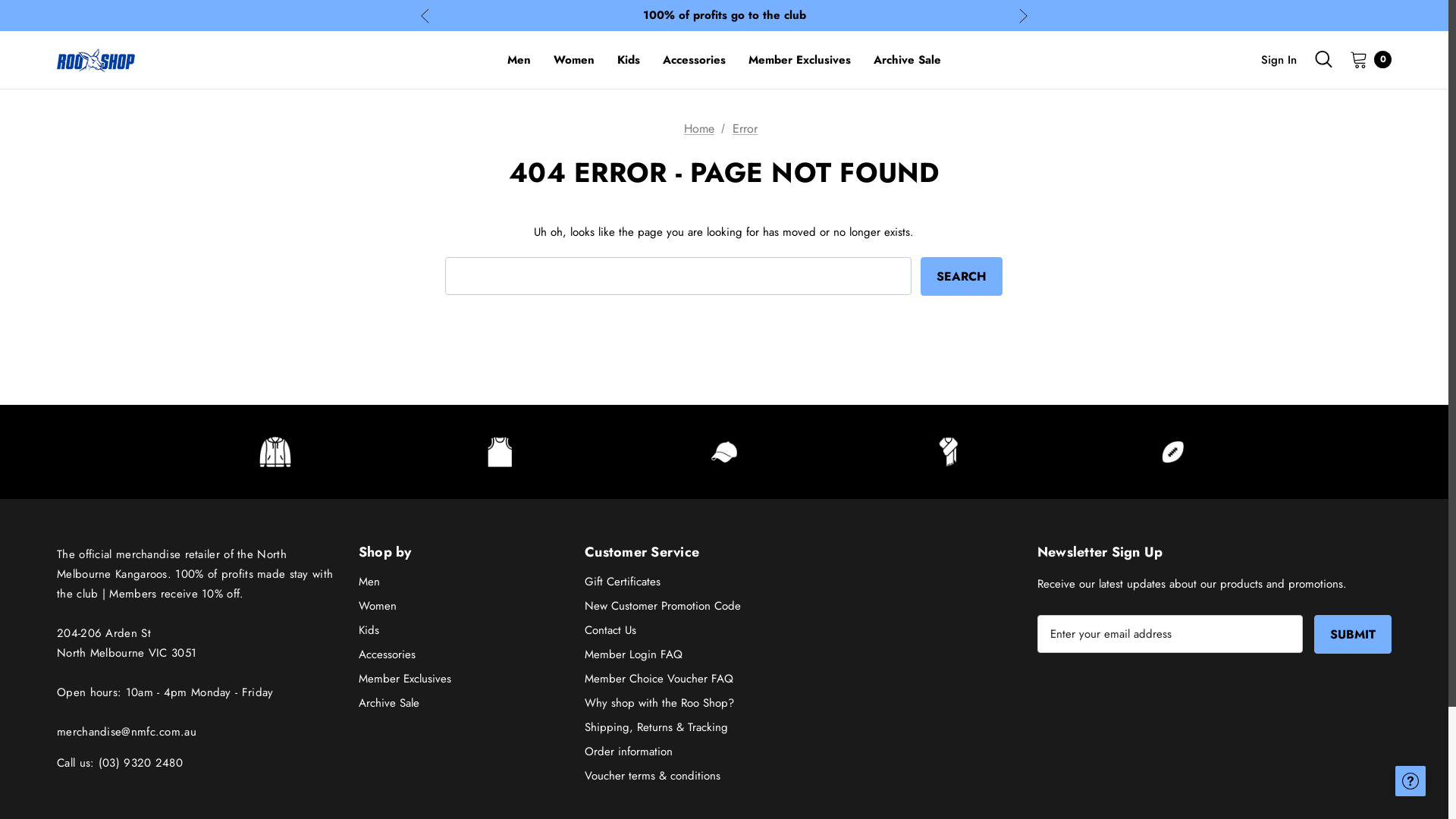 The image size is (1456, 819). Describe the element at coordinates (425, 15) in the screenshot. I see `'Previous'` at that location.